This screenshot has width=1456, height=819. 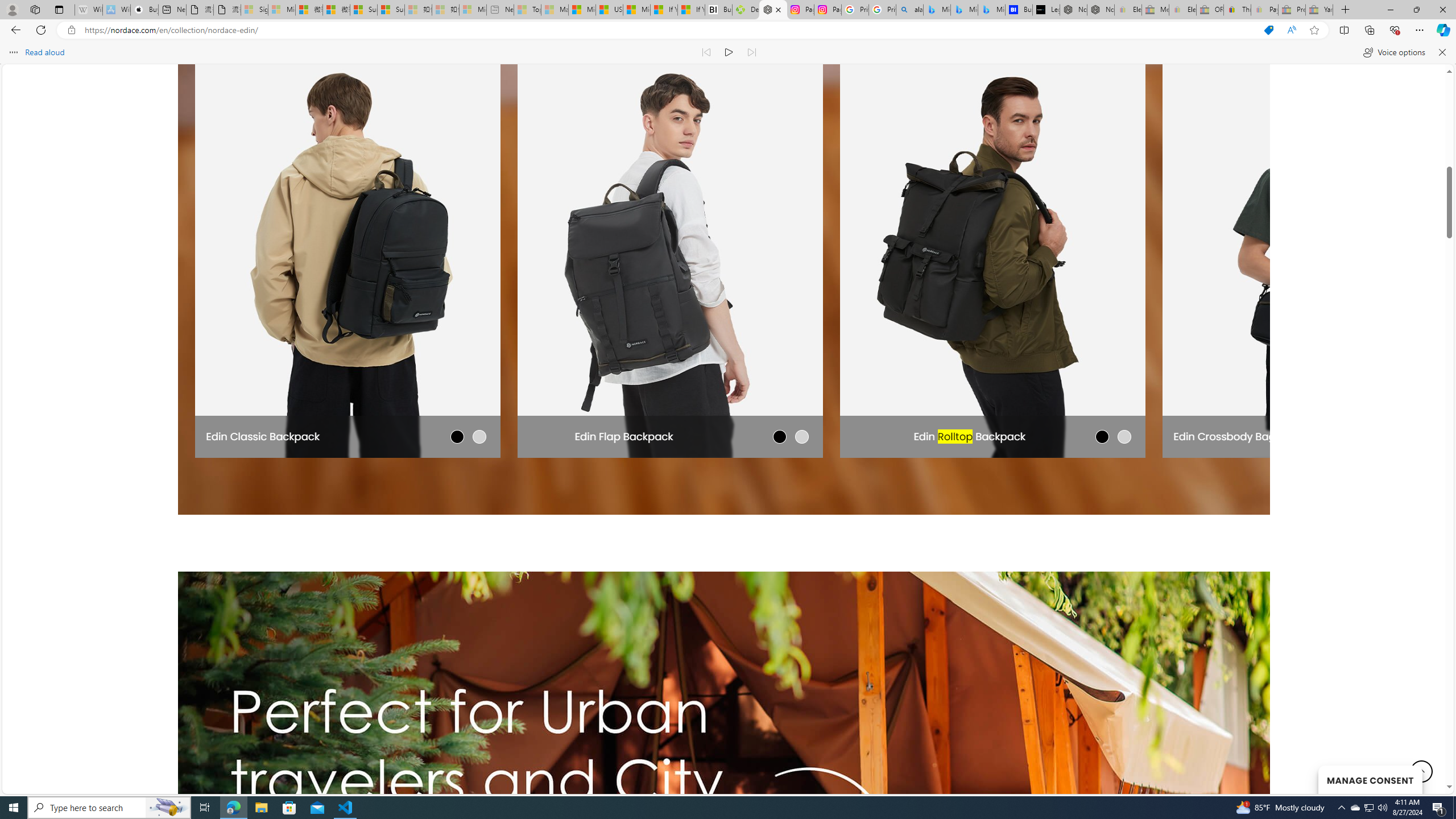 What do you see at coordinates (255, 9) in the screenshot?
I see `'Sign in to your Microsoft account - Sleeping'` at bounding box center [255, 9].